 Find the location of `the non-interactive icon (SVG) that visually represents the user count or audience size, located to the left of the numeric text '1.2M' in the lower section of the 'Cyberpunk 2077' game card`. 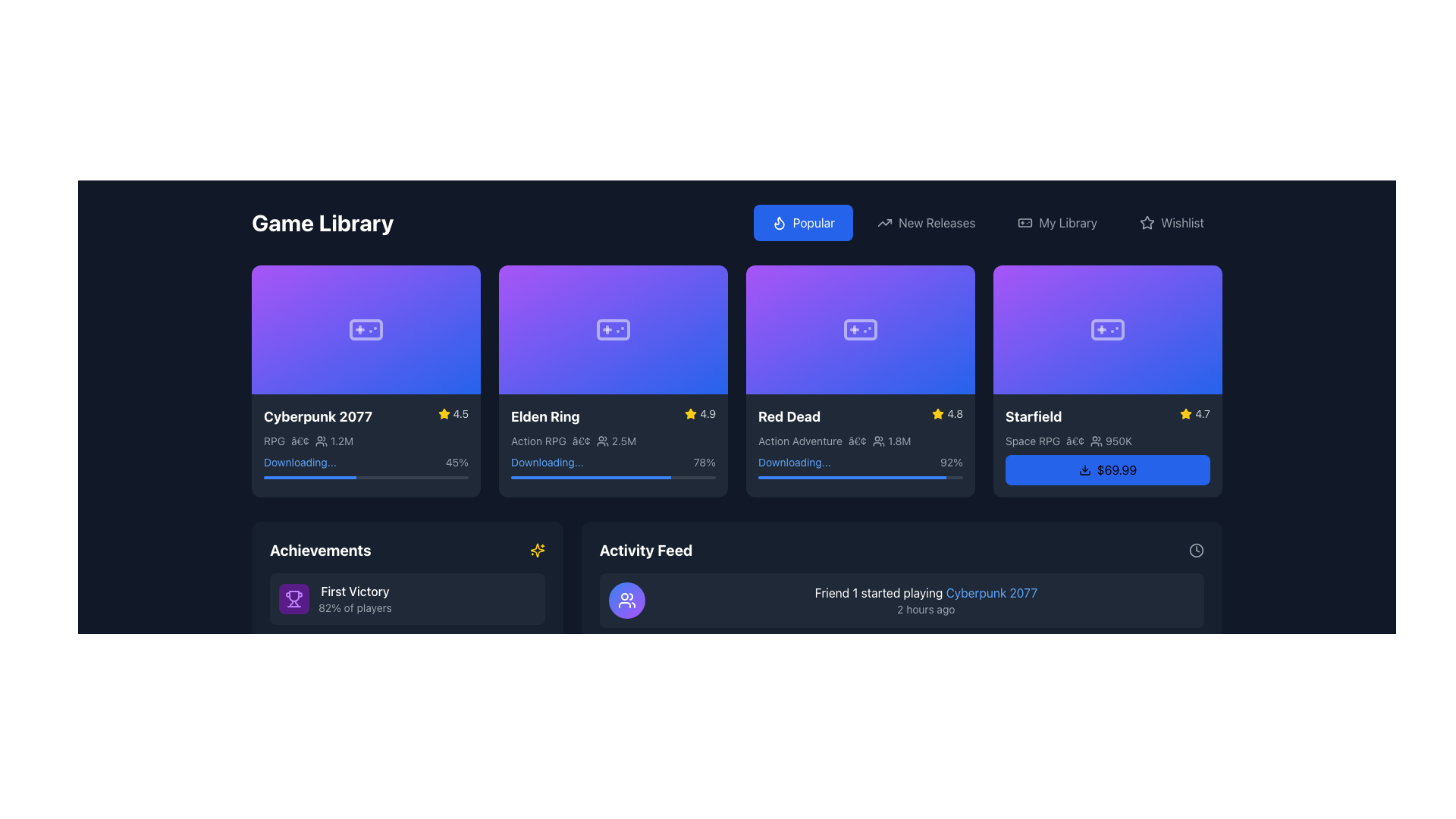

the non-interactive icon (SVG) that visually represents the user count or audience size, located to the left of the numeric text '1.2M' in the lower section of the 'Cyberpunk 2077' game card is located at coordinates (321, 441).